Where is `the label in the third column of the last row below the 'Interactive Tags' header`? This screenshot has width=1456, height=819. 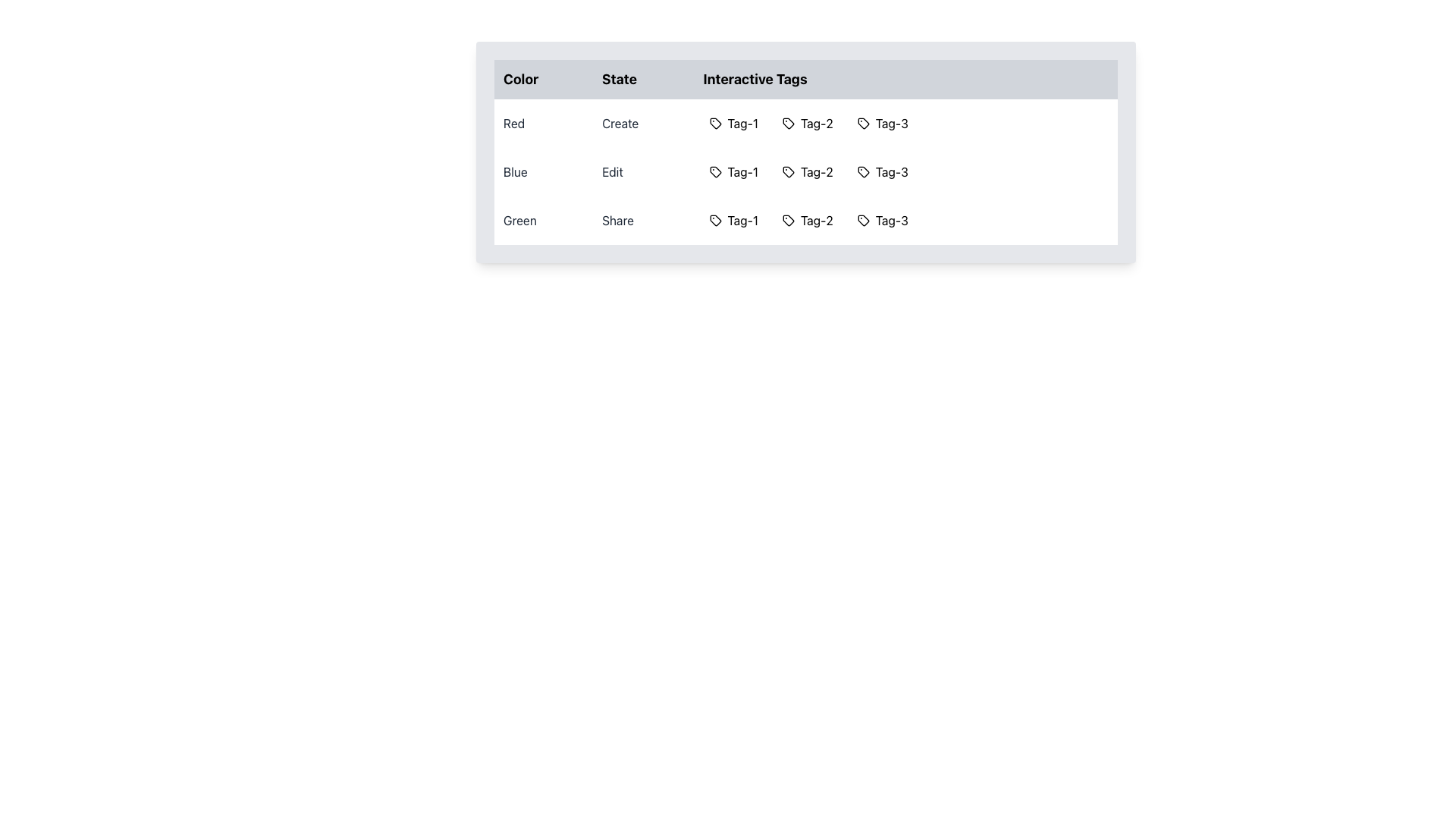 the label in the third column of the last row below the 'Interactive Tags' header is located at coordinates (905, 220).